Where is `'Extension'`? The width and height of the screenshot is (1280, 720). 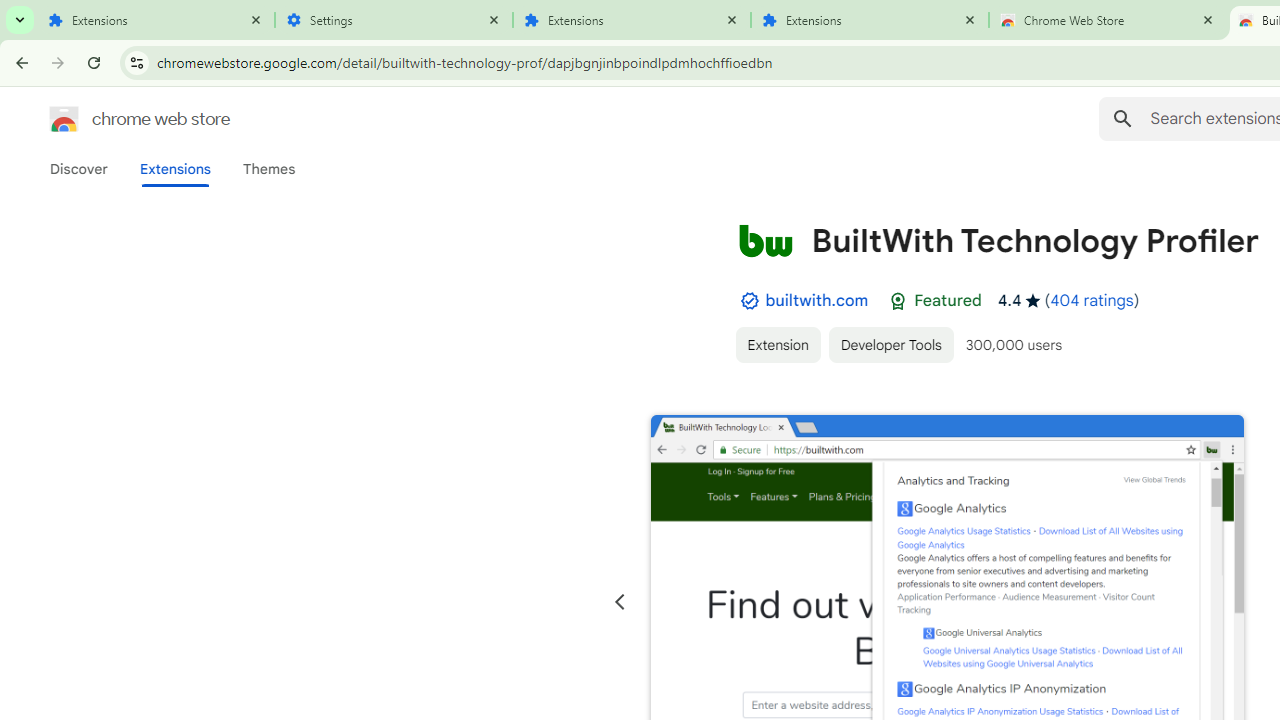
'Extension' is located at coordinates (776, 343).